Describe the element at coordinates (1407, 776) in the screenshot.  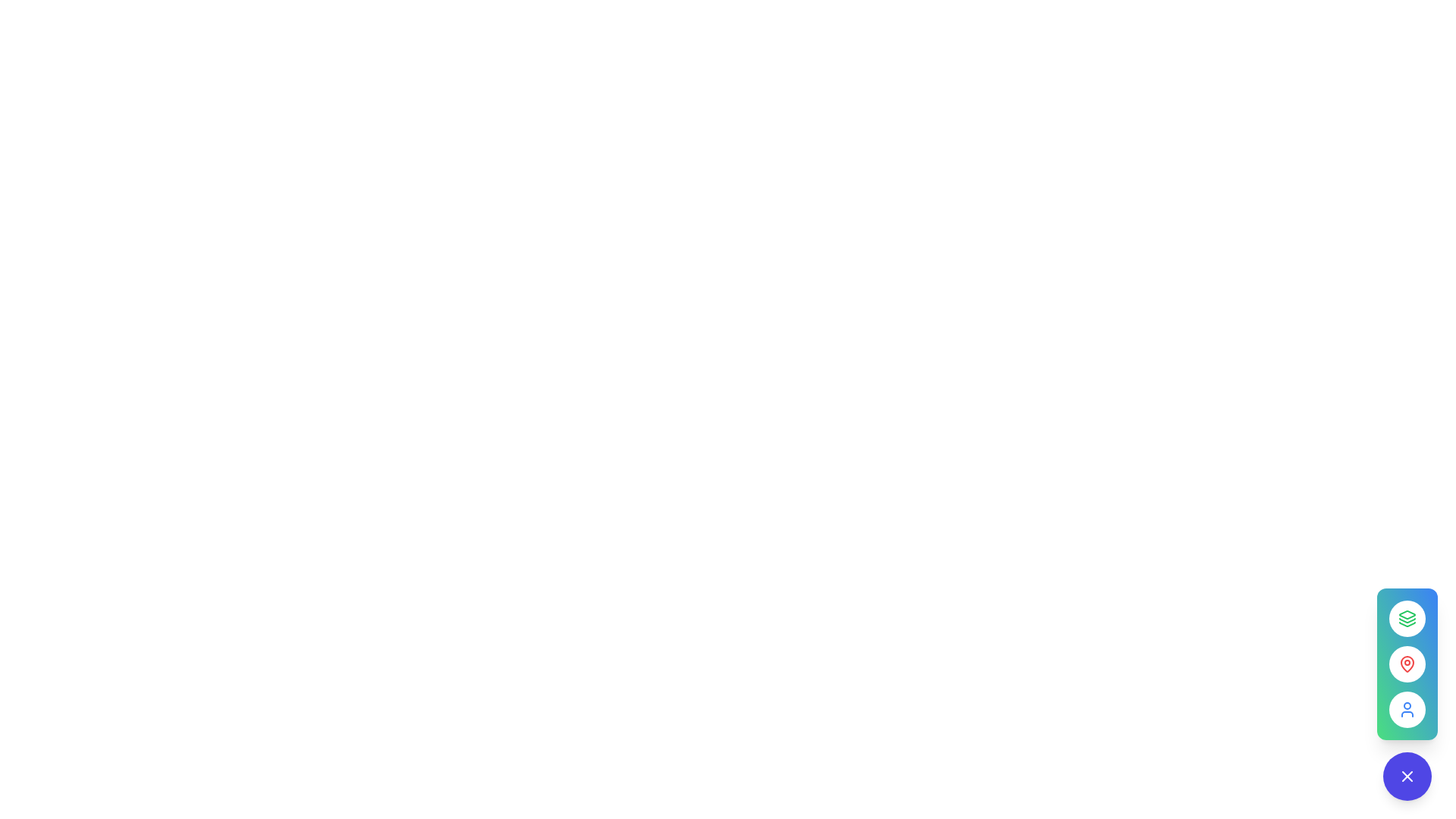
I see `the circular button with an indigo background and a white 'X' icon` at that location.